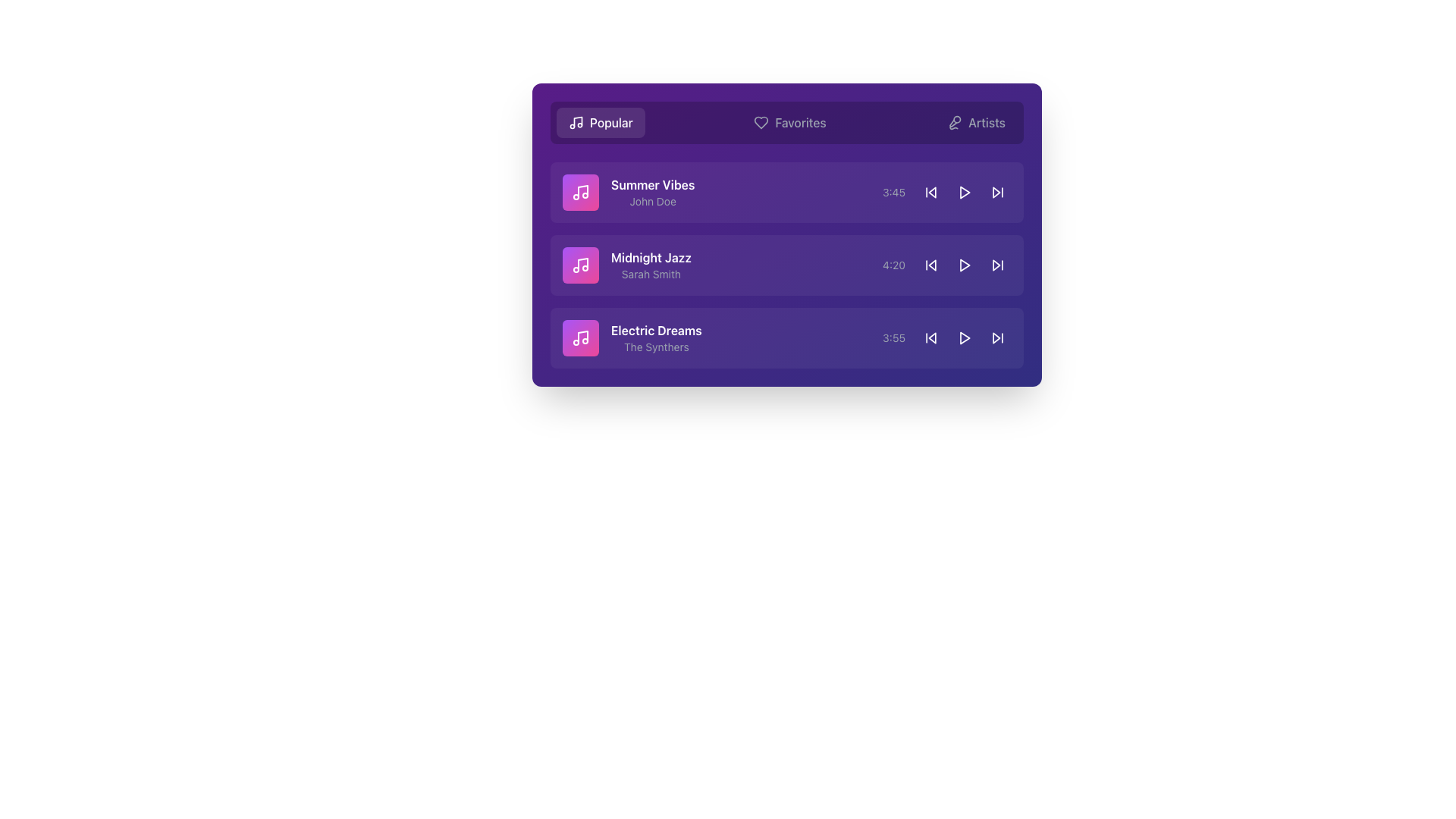  Describe the element at coordinates (930, 337) in the screenshot. I see `the circular button with a purple background and a white backward skip icon, located to the left of the play button associated with the 'Electric Dreams' song` at that location.